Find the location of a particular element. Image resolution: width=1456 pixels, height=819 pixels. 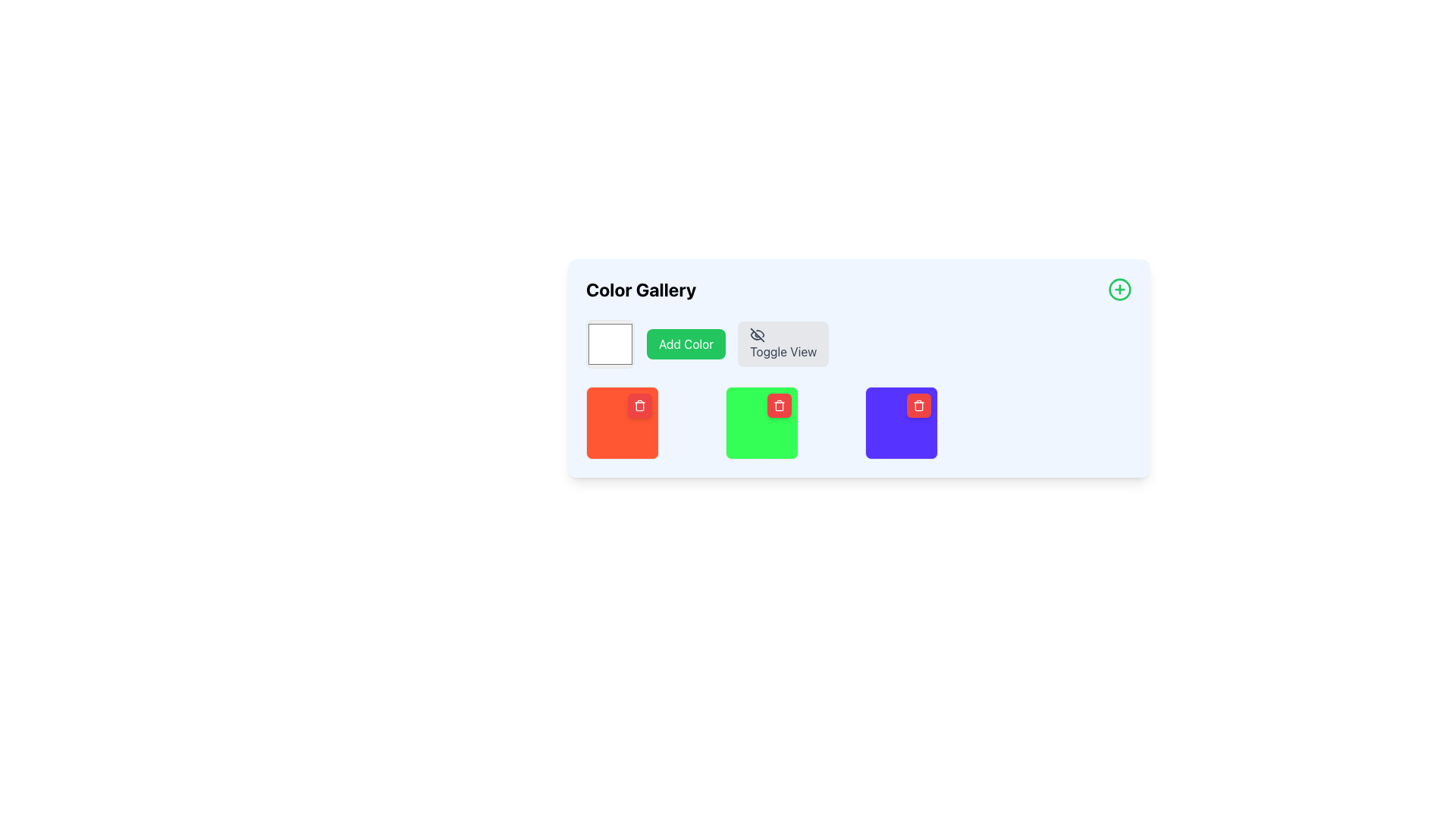

the second selectable color block with a trash icon button, which is a green rounded square located in the color selection panel is located at coordinates (761, 423).